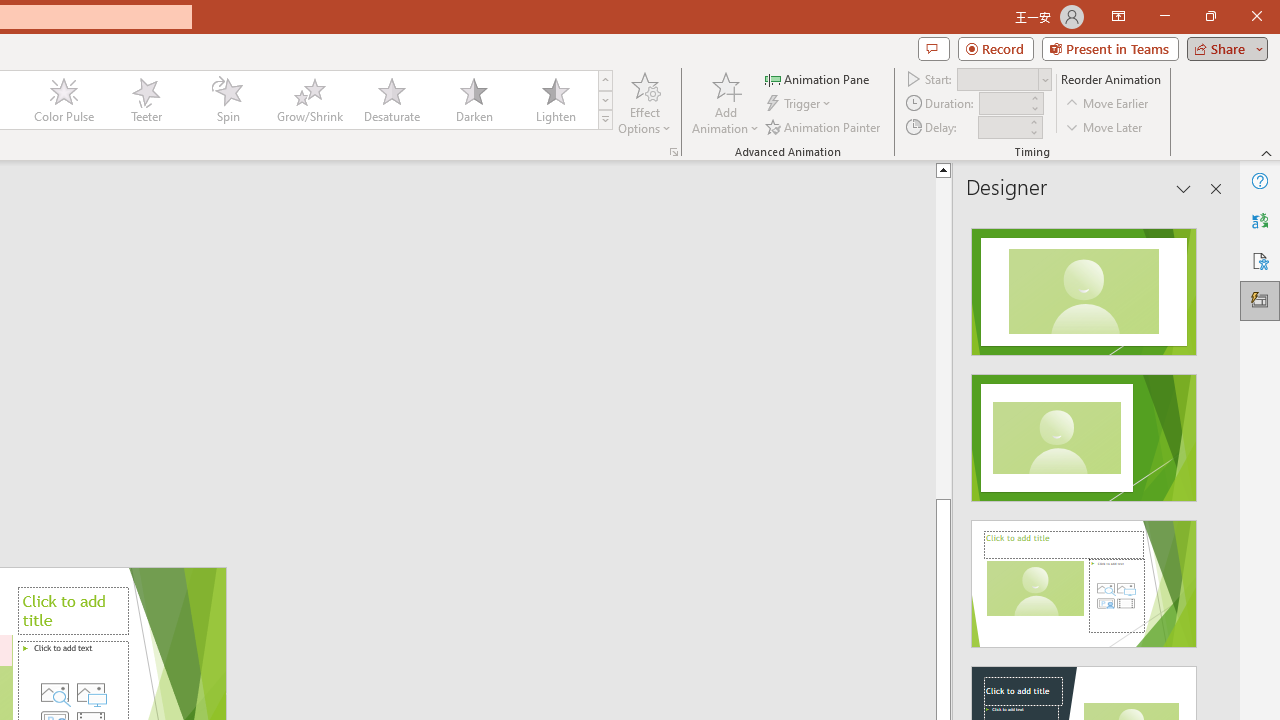 This screenshot has width=1280, height=720. Describe the element at coordinates (800, 103) in the screenshot. I see `'Trigger'` at that location.